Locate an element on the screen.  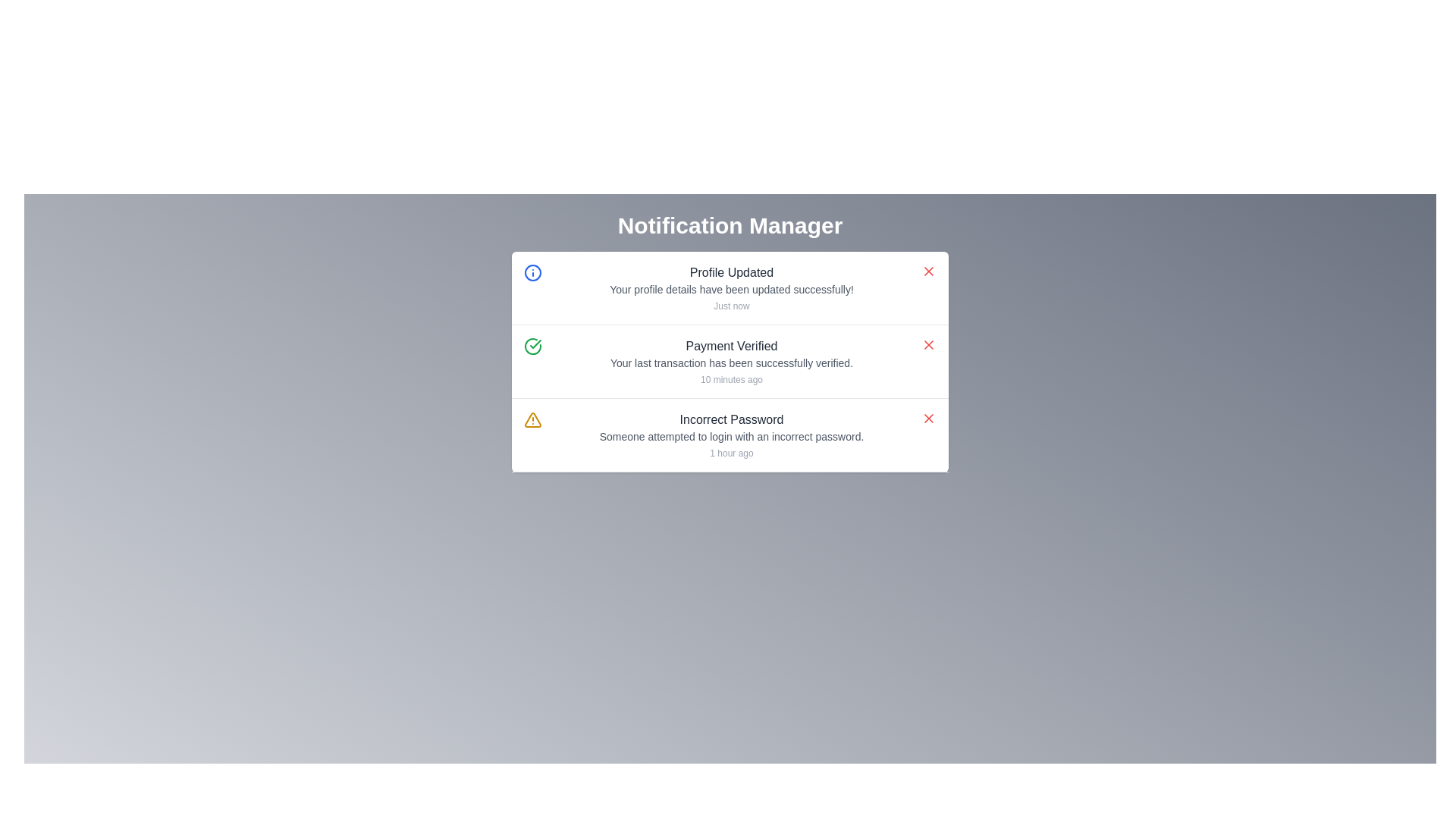
the static text that provides additional context about the 'Payment Verified' notification, confirming the successful verification of the last transaction is located at coordinates (731, 362).